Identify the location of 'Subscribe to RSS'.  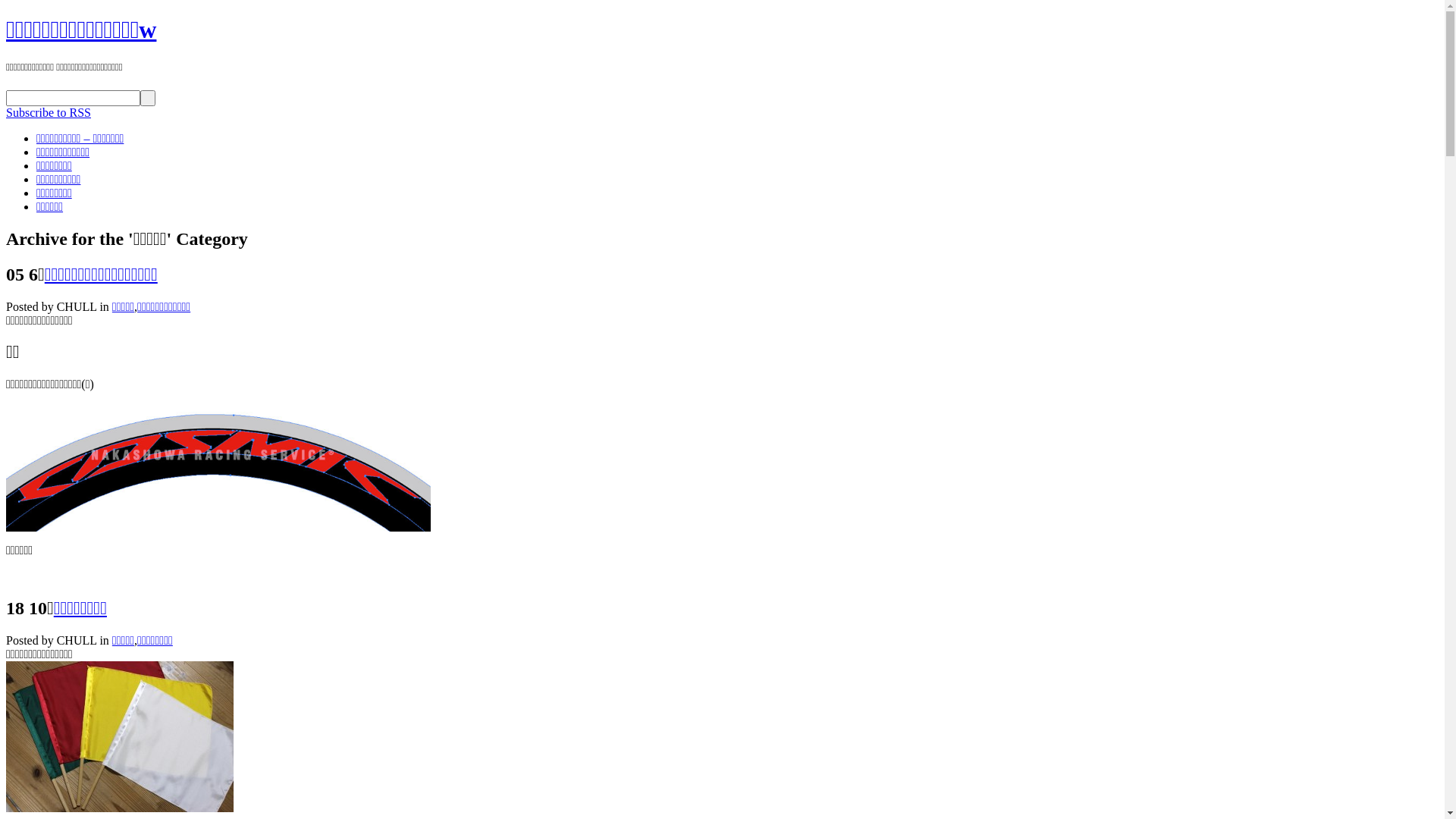
(6, 111).